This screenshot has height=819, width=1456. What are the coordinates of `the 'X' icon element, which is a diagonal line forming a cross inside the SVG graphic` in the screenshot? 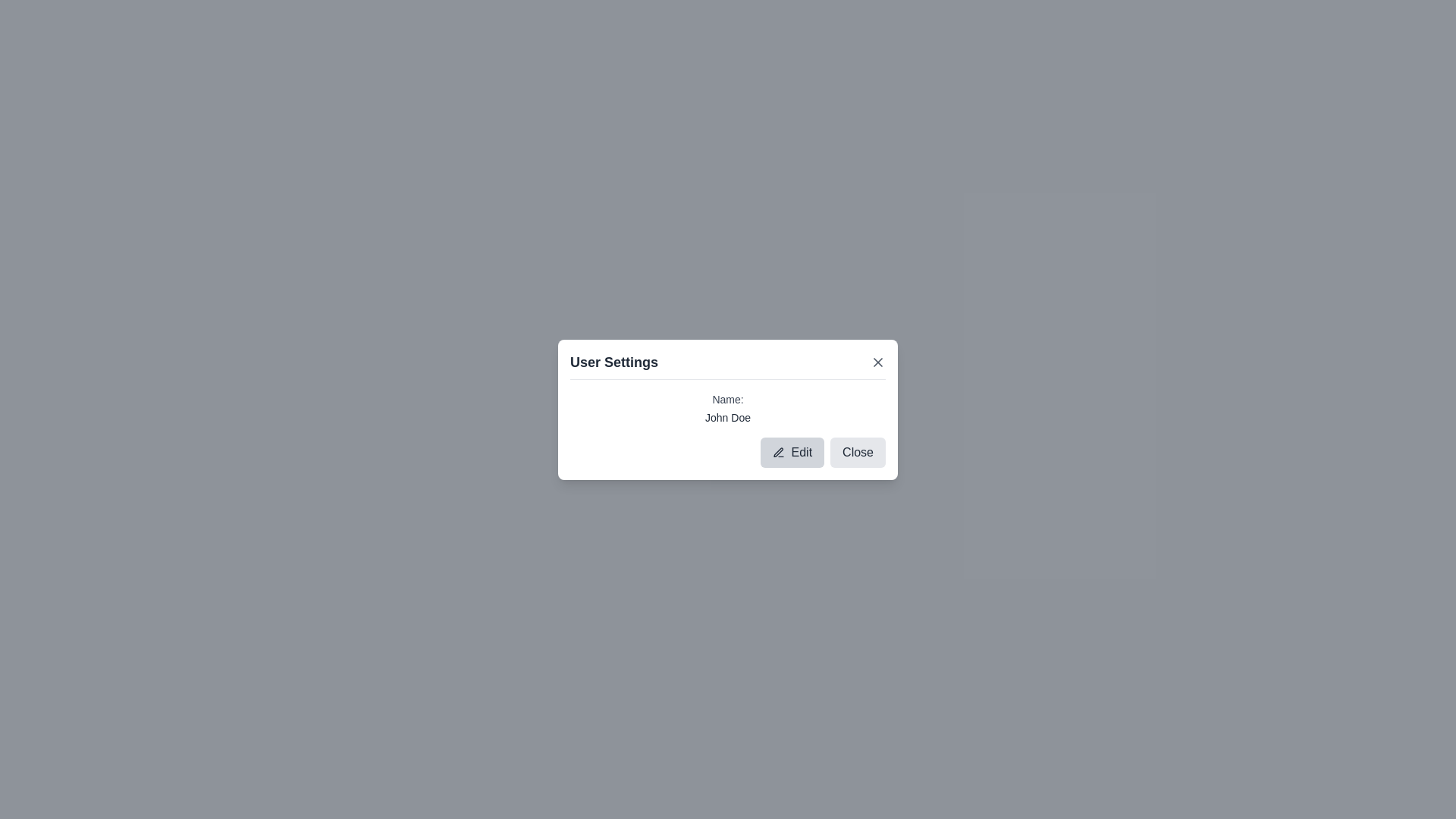 It's located at (877, 362).